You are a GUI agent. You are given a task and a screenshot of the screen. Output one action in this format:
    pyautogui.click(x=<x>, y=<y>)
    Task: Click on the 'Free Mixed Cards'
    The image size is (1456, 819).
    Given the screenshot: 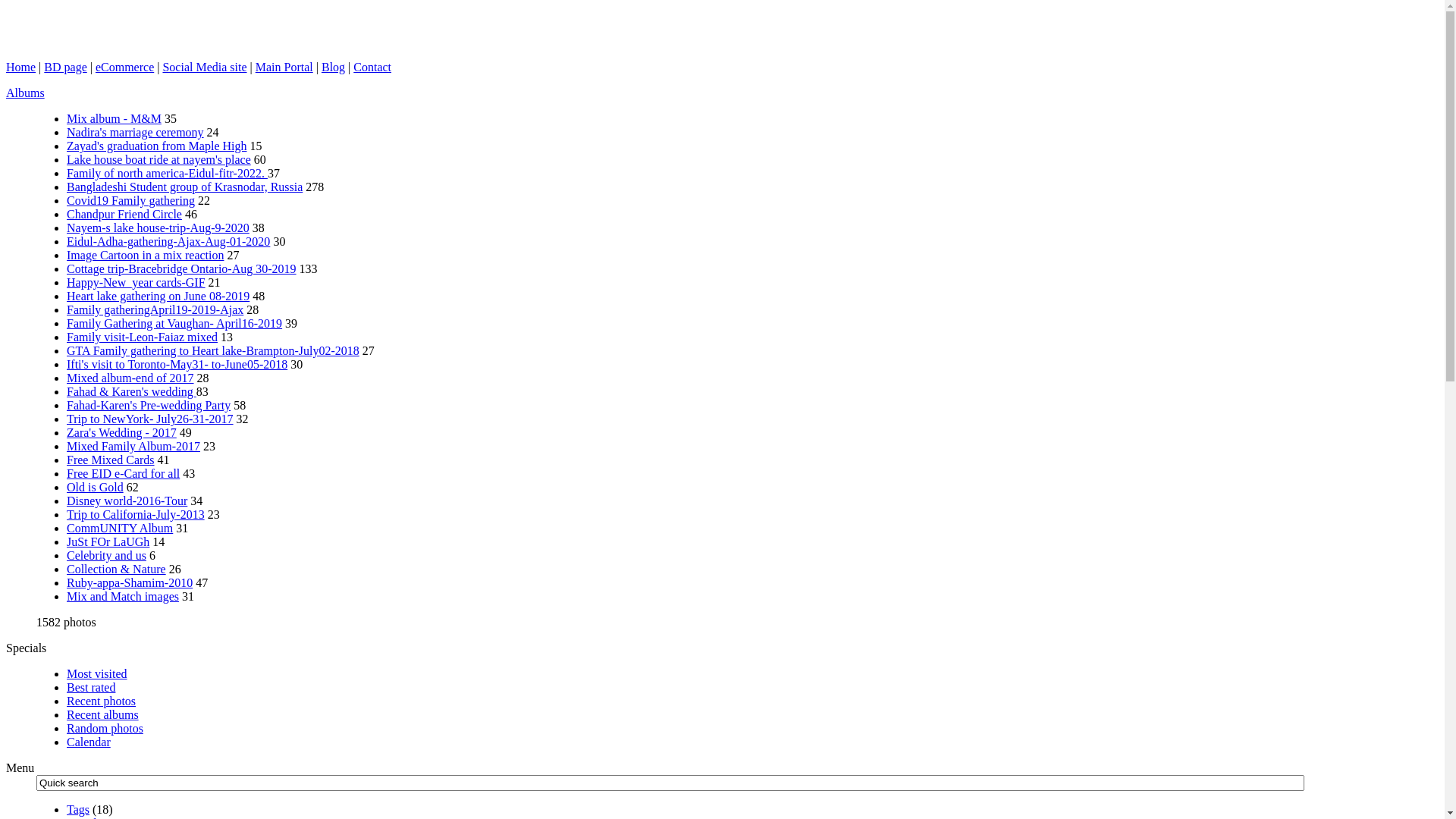 What is the action you would take?
    pyautogui.click(x=65, y=459)
    